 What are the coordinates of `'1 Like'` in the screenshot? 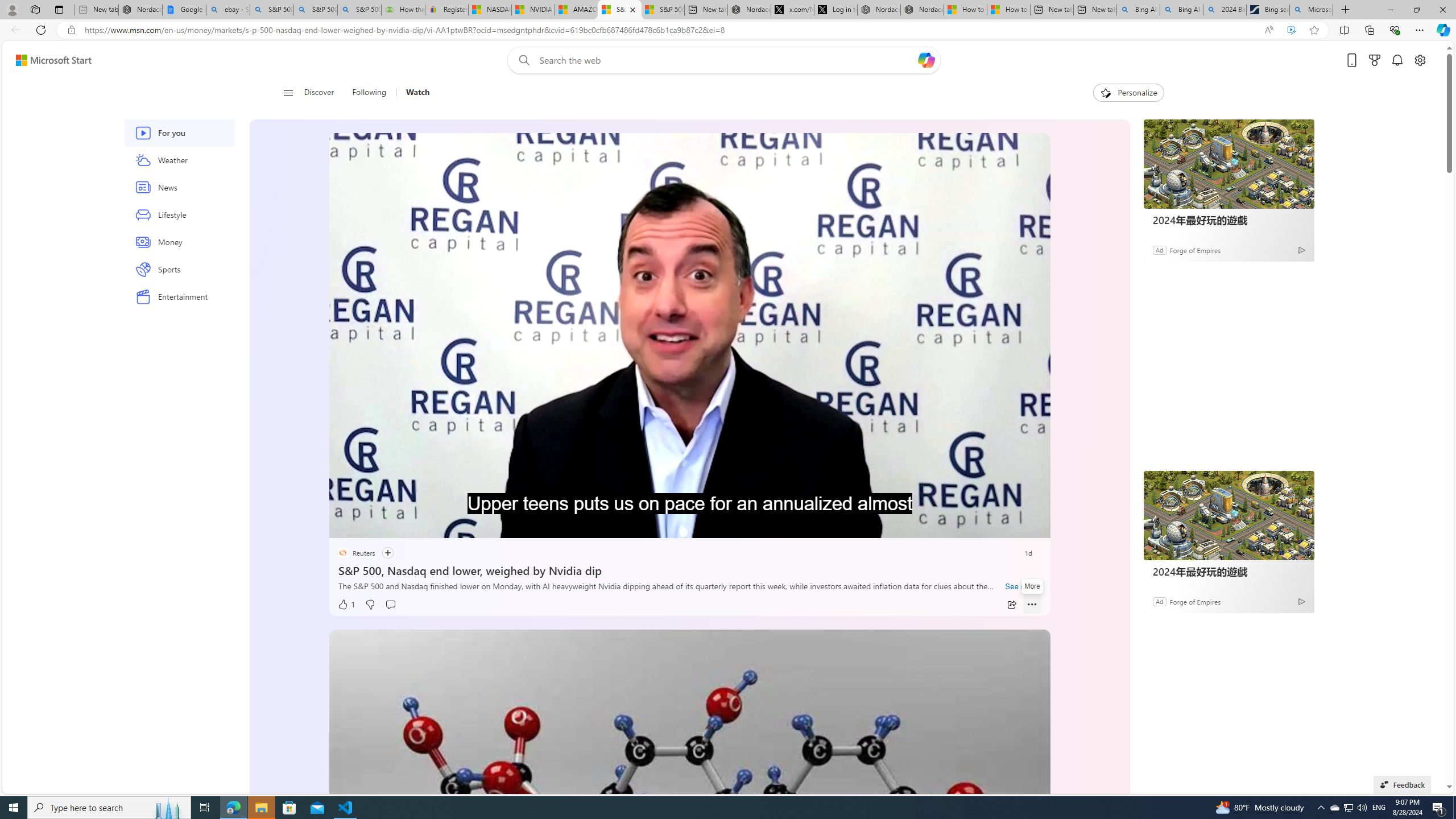 It's located at (345, 604).